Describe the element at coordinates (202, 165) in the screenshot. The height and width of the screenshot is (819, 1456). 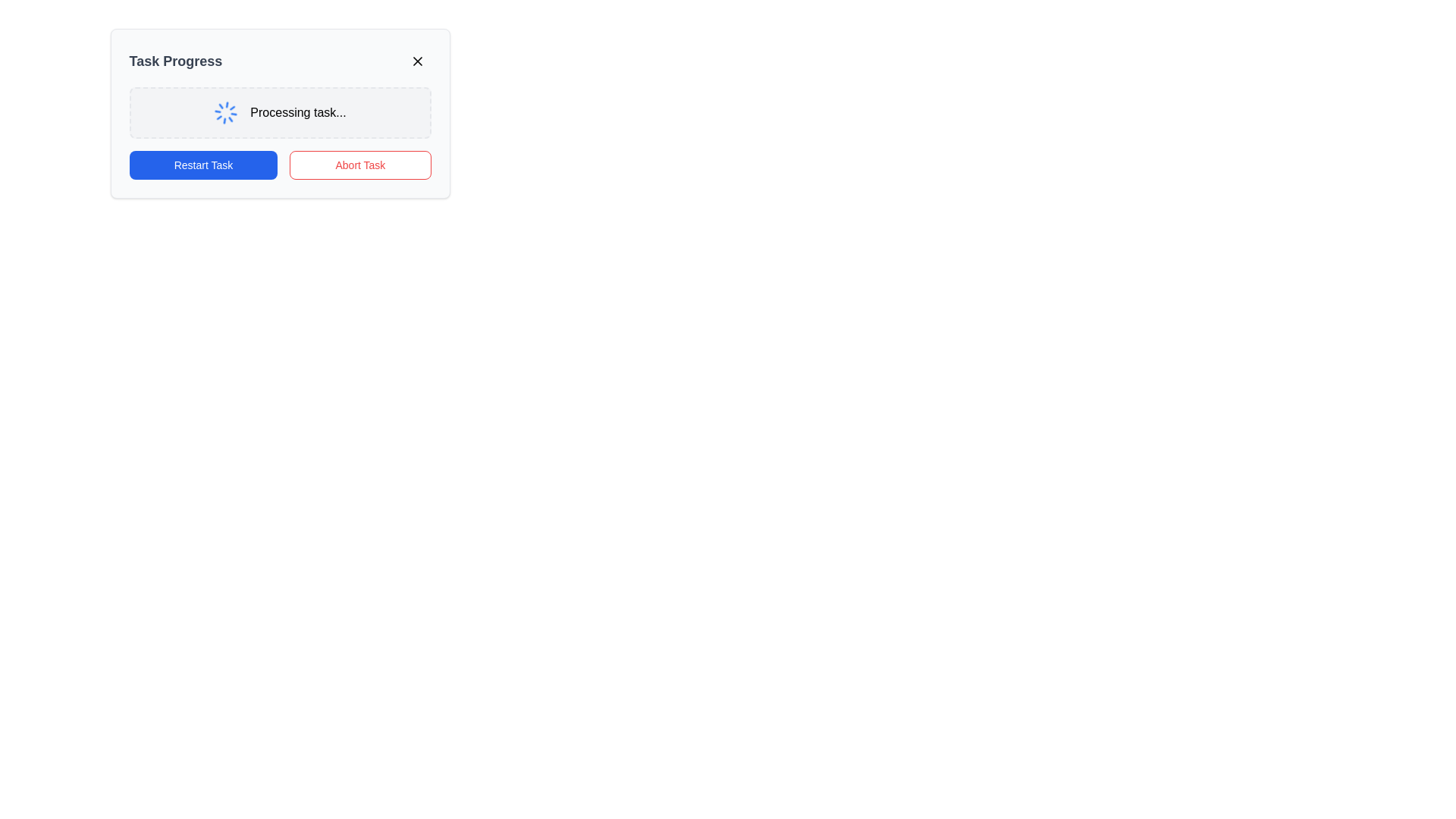
I see `the blue 'Restart Task' button located in the bottom-left corner of the modal` at that location.